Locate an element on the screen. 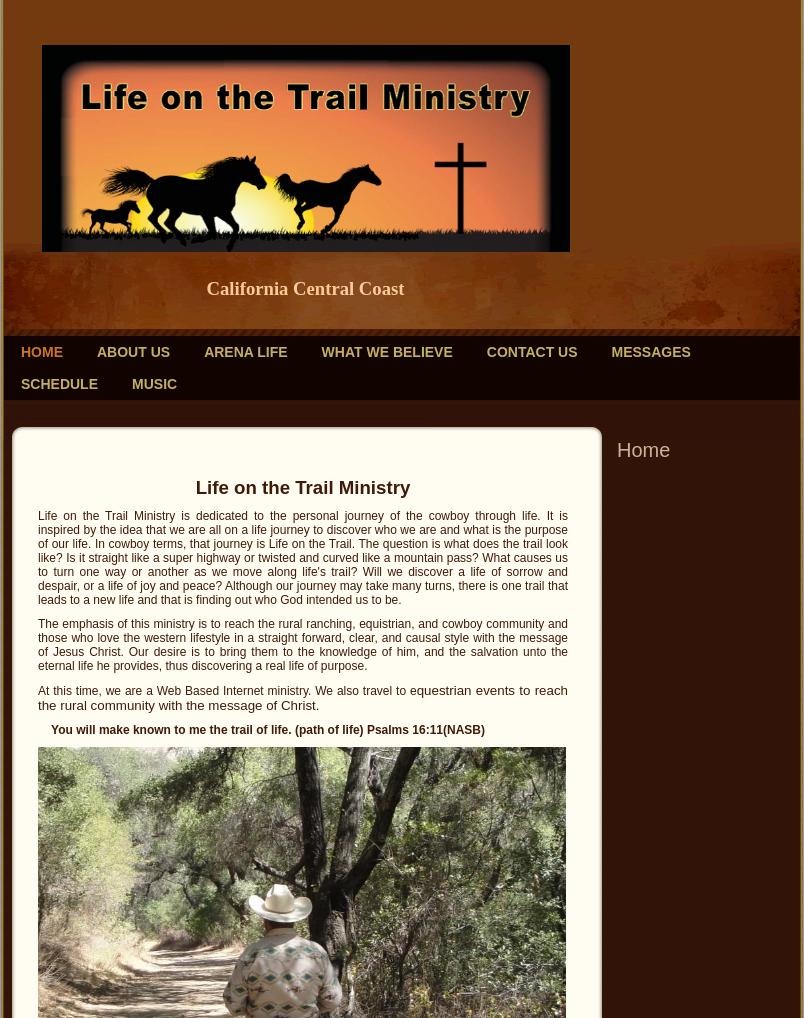 The image size is (804, 1018). 'Schedule' is located at coordinates (58, 383).